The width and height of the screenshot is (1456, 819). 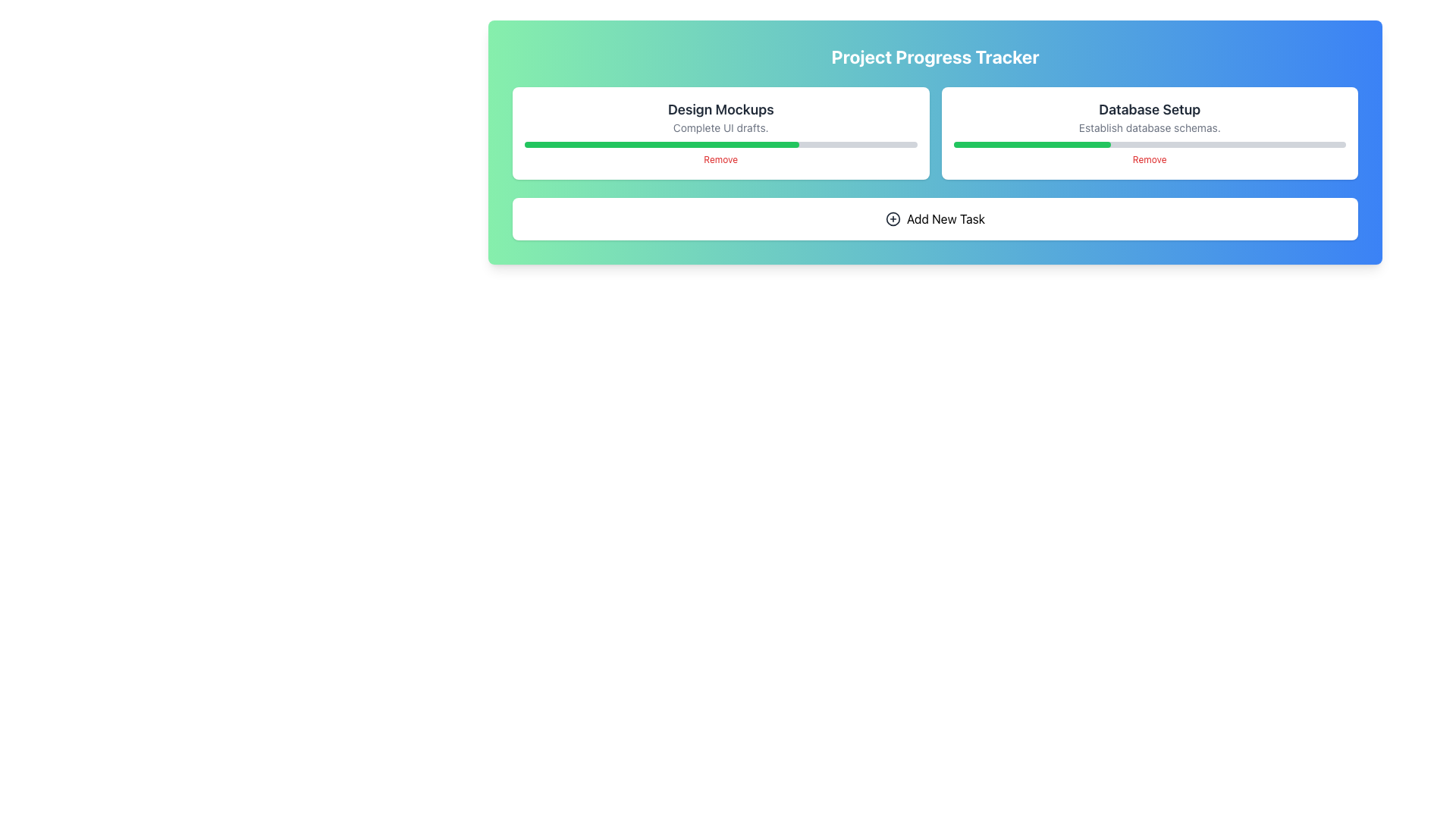 What do you see at coordinates (662, 145) in the screenshot?
I see `the Progress Indicator located in the 'Design Mockups' section of the 'Project Progress Tracker', which visually represents the current progress of a task` at bounding box center [662, 145].